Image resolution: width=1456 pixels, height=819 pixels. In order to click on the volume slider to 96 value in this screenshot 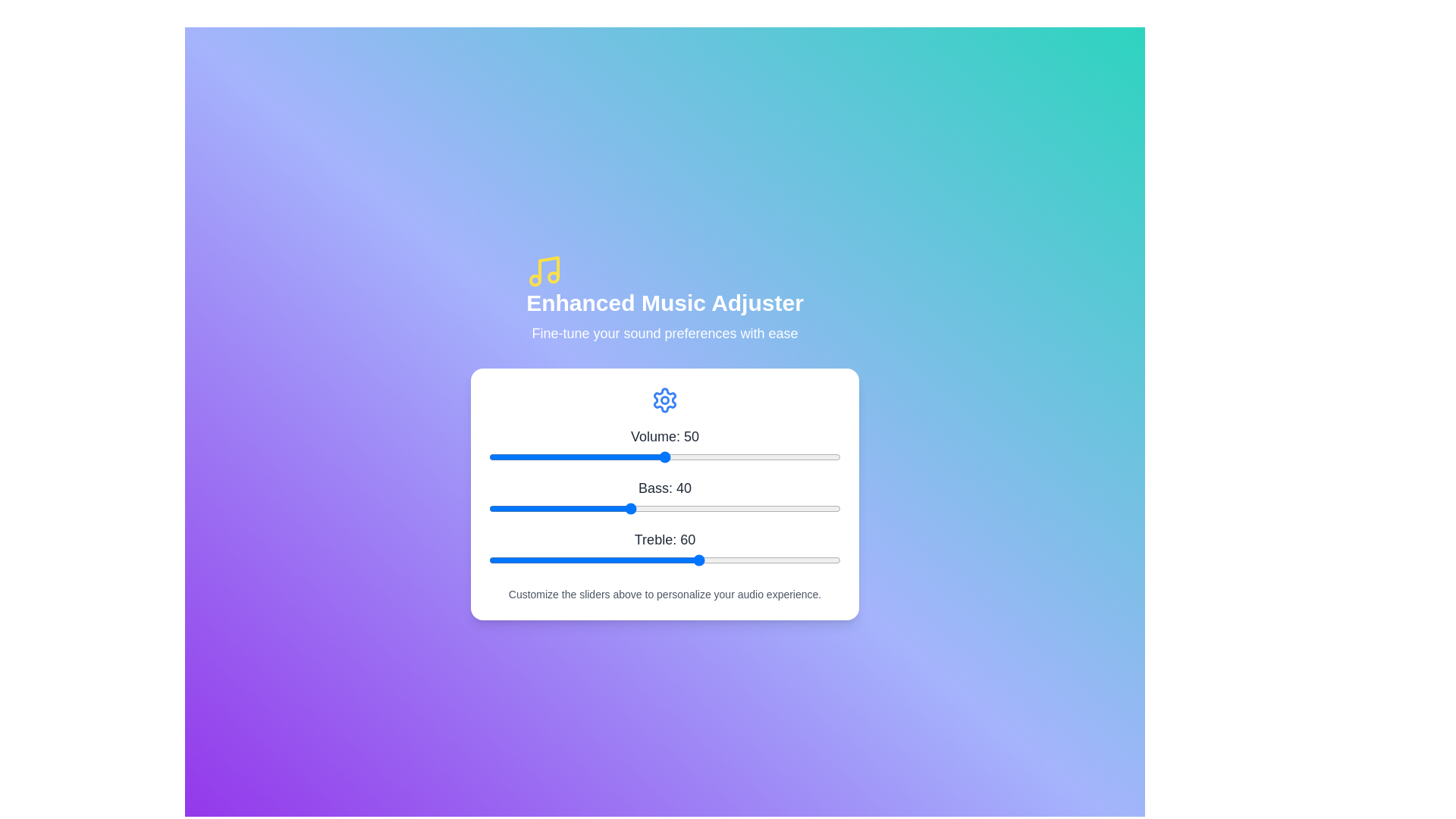, I will do `click(826, 456)`.